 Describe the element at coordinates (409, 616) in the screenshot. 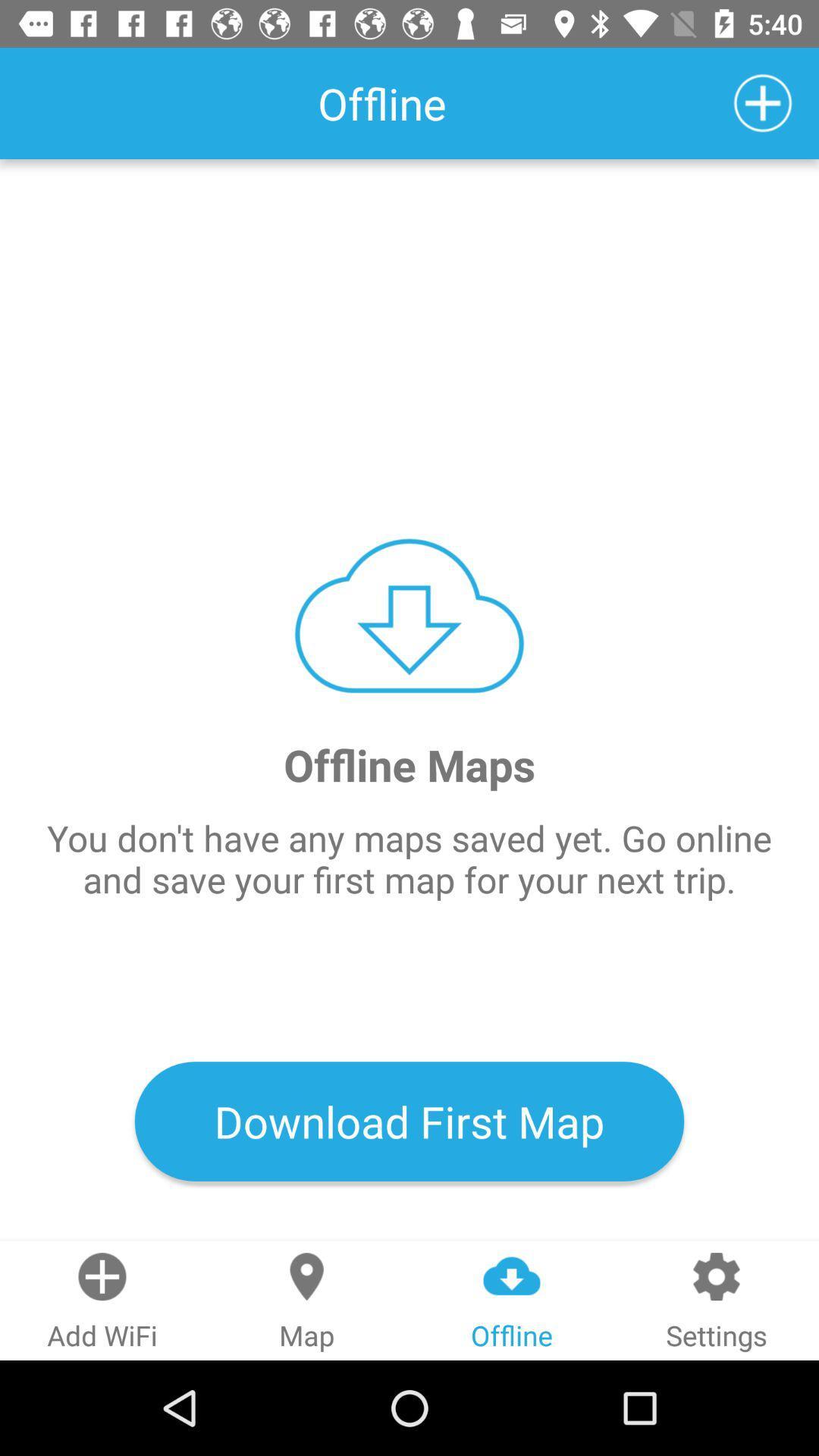

I see `the download icon from the middle` at that location.